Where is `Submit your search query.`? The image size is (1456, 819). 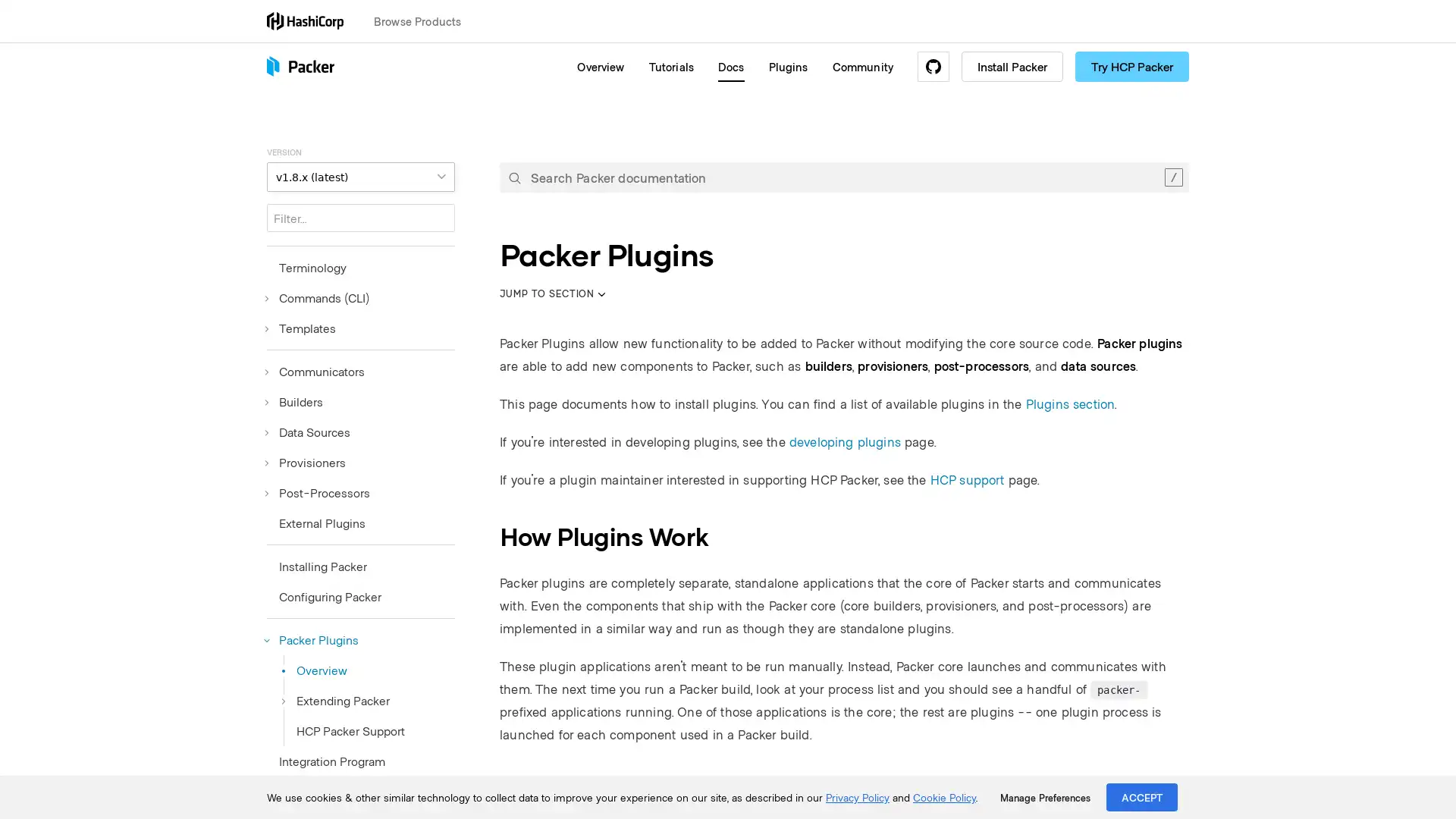 Submit your search query. is located at coordinates (514, 177).